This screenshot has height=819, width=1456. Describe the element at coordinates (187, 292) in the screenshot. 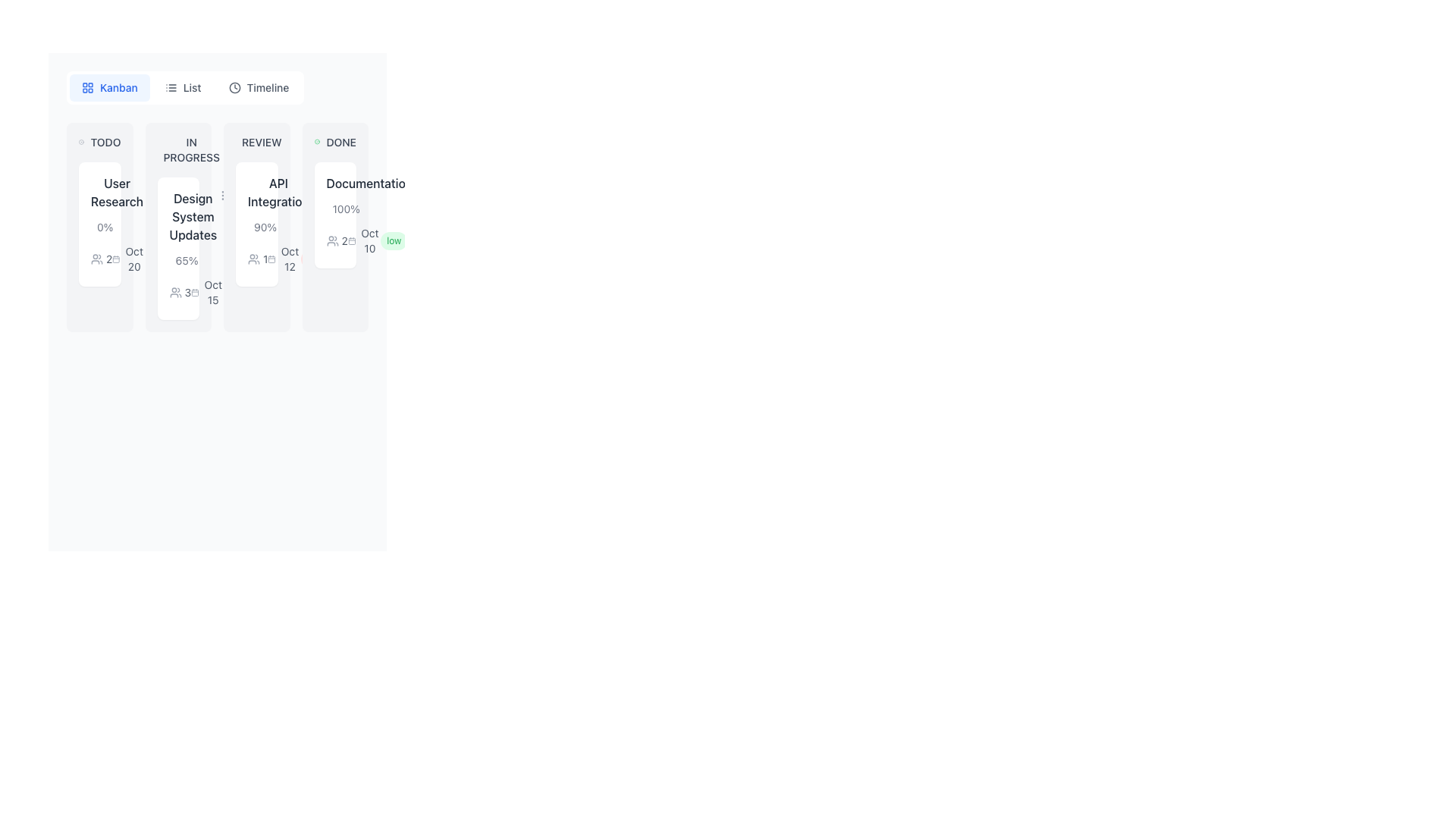

I see `the displayed information on the gray number '3' text label located at the bottom-left area of the 'Design System Updates' card under the 'IN PROGRESS' column` at that location.